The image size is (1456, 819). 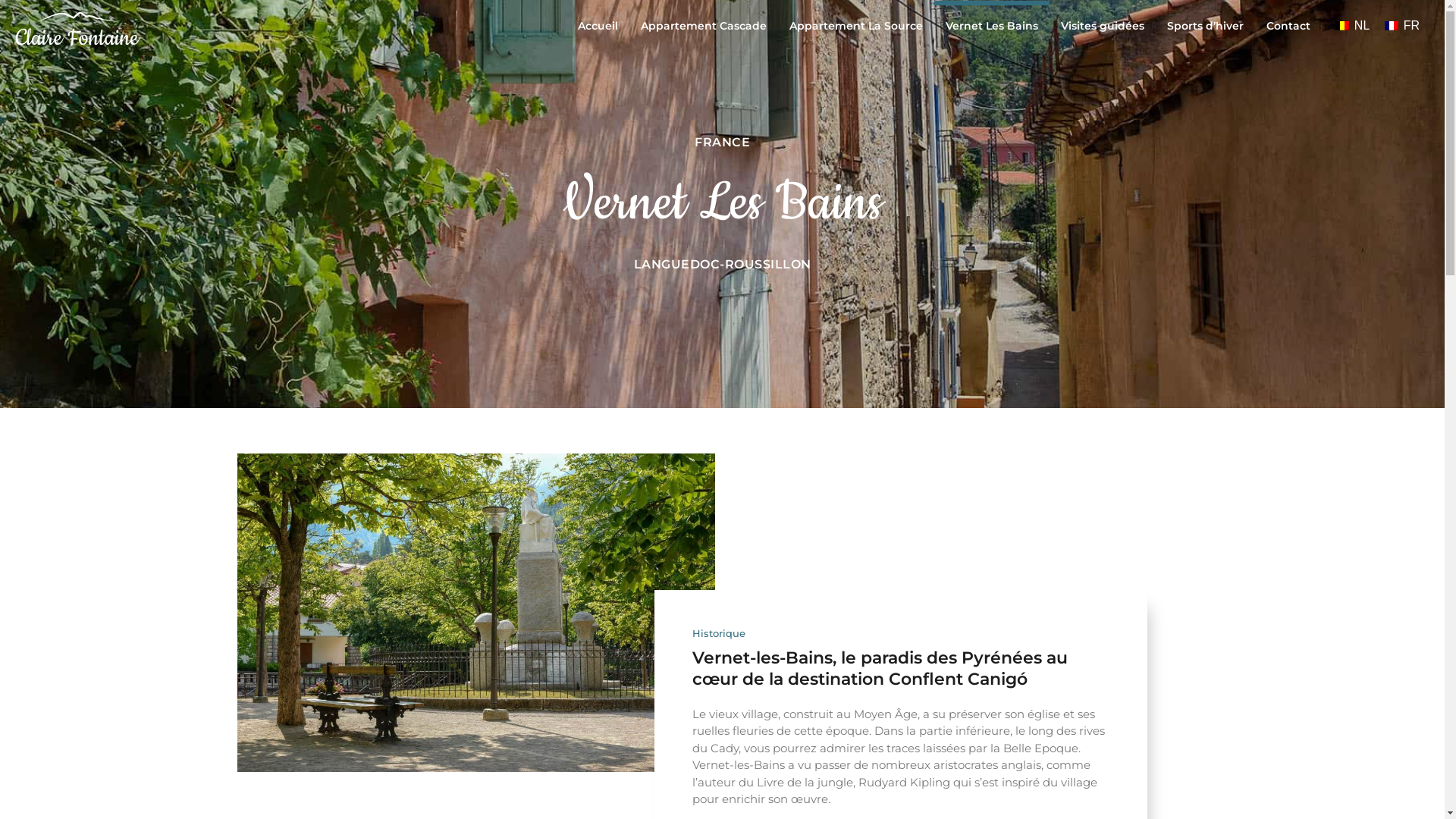 What do you see at coordinates (1288, 26) in the screenshot?
I see `'Contact'` at bounding box center [1288, 26].